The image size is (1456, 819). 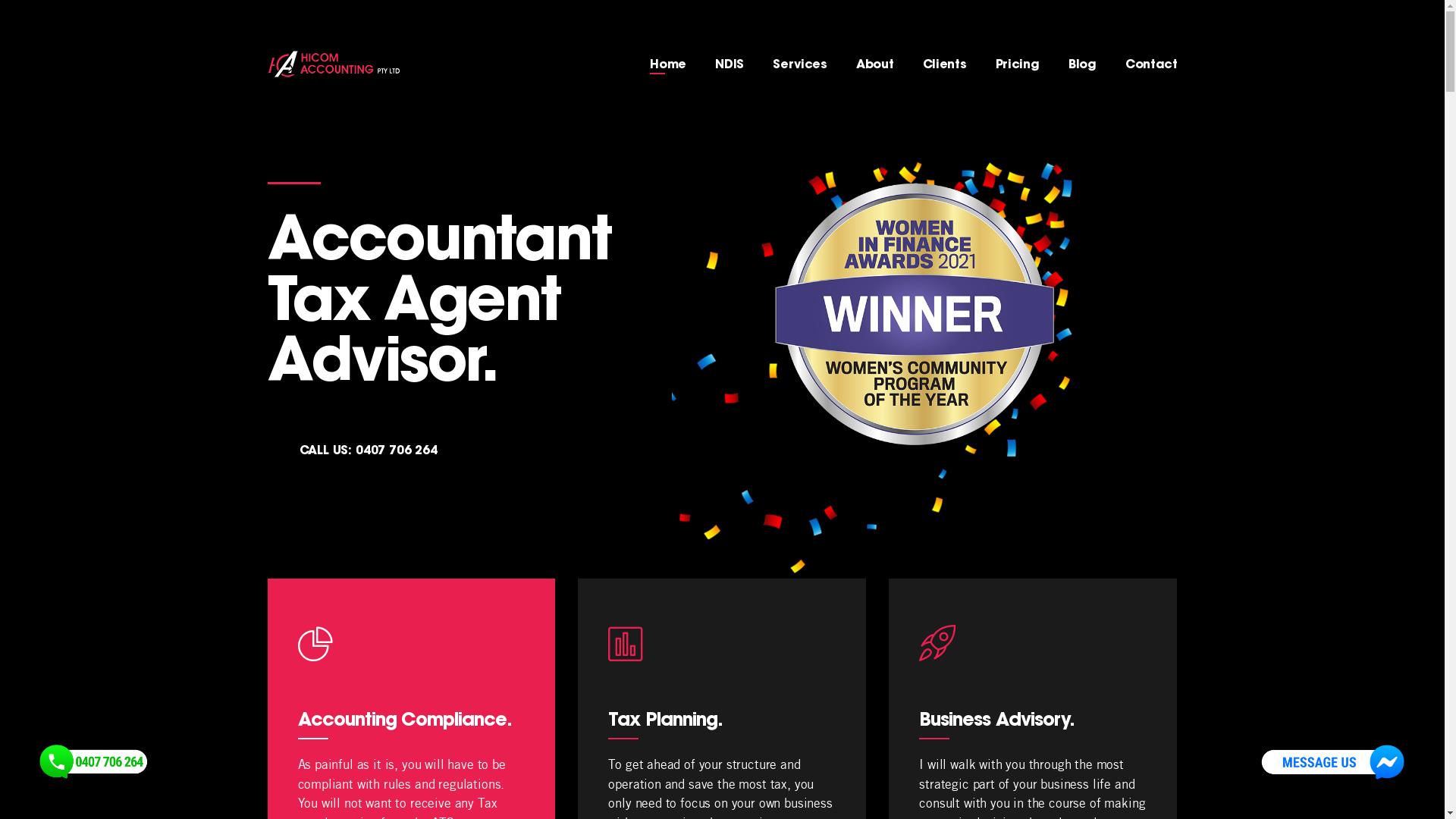 I want to click on 'About', so click(x=874, y=64).